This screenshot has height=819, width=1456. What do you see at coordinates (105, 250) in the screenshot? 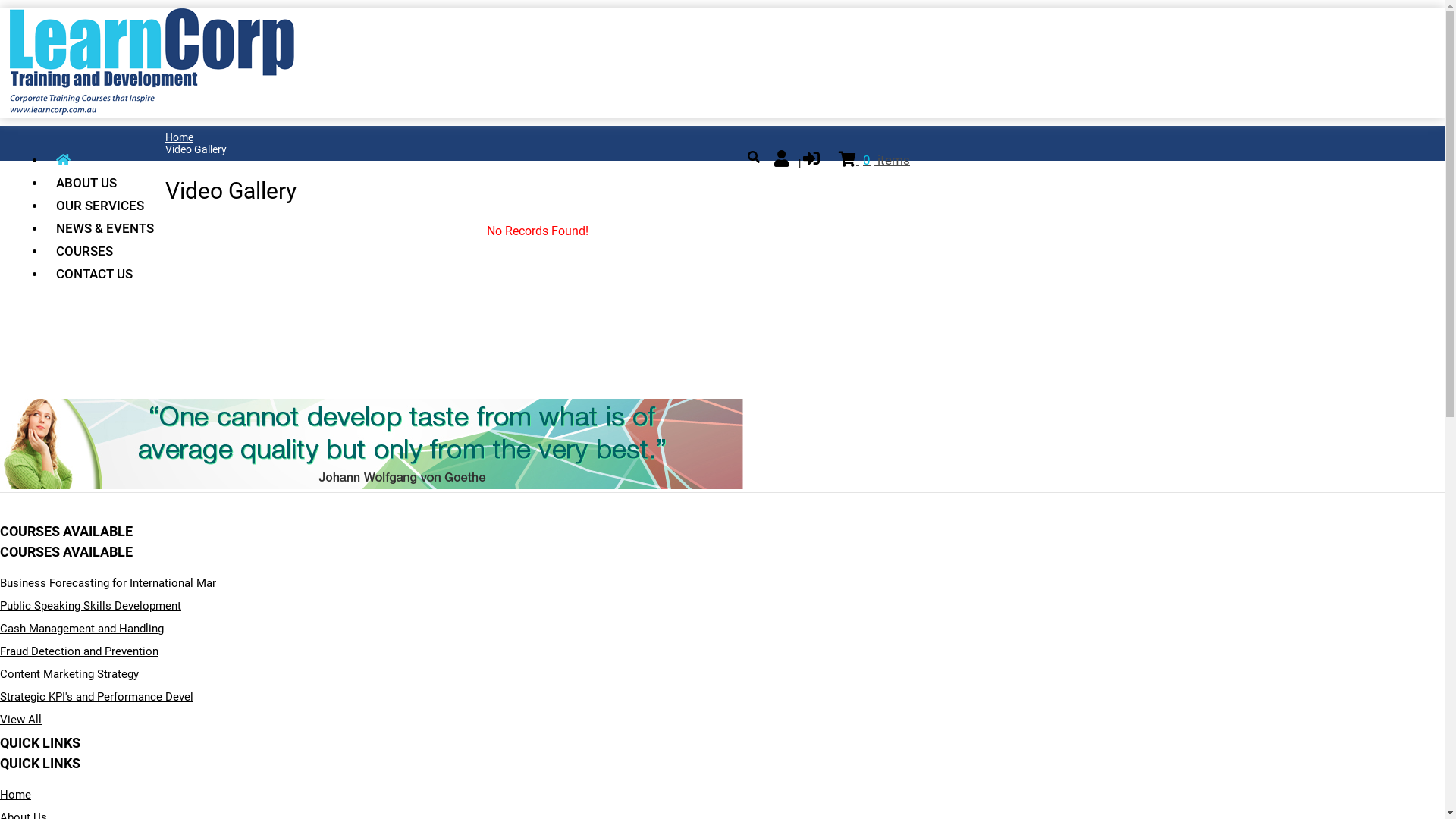
I see `'COURSES'` at bounding box center [105, 250].